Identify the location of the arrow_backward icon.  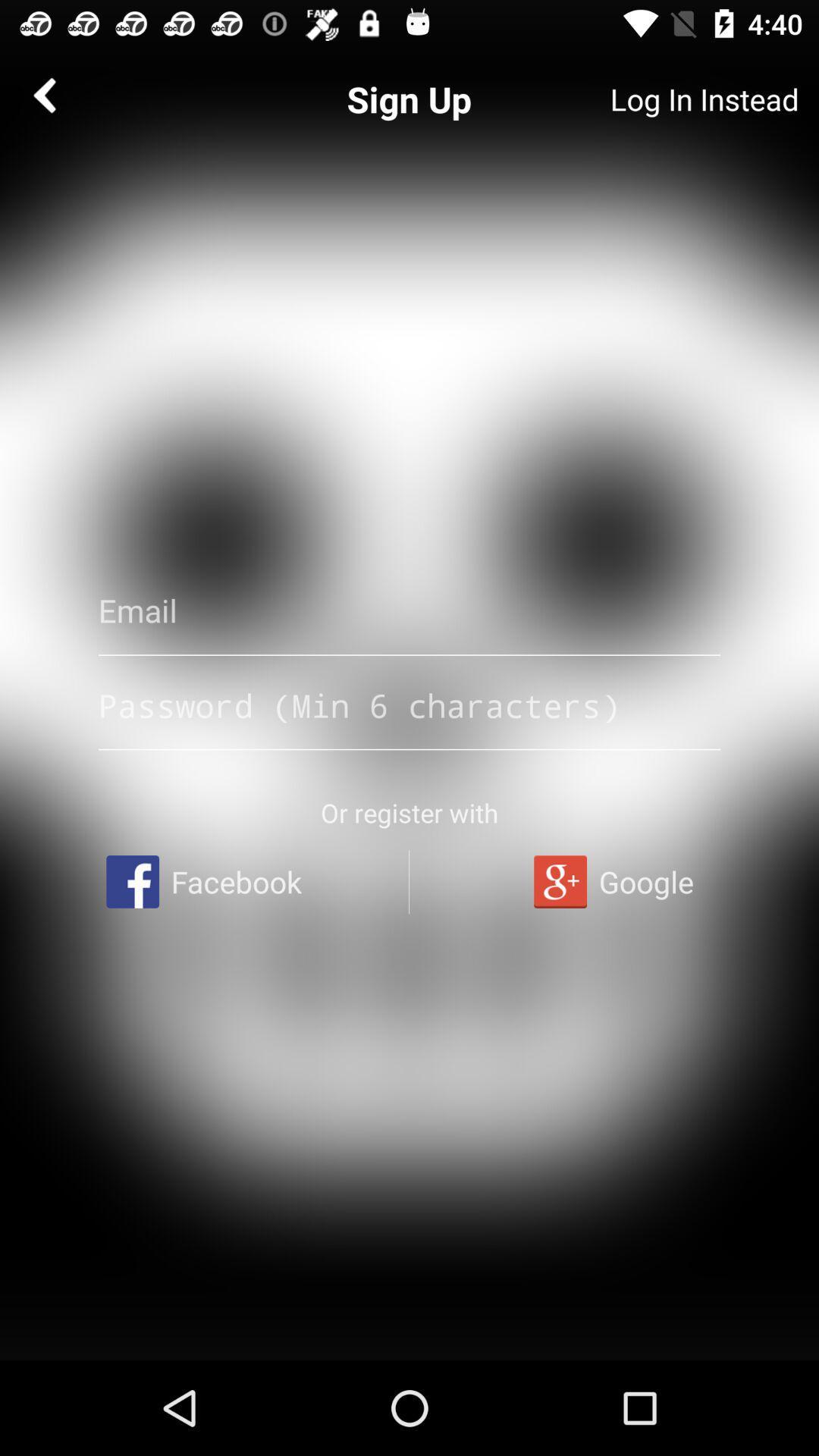
(46, 94).